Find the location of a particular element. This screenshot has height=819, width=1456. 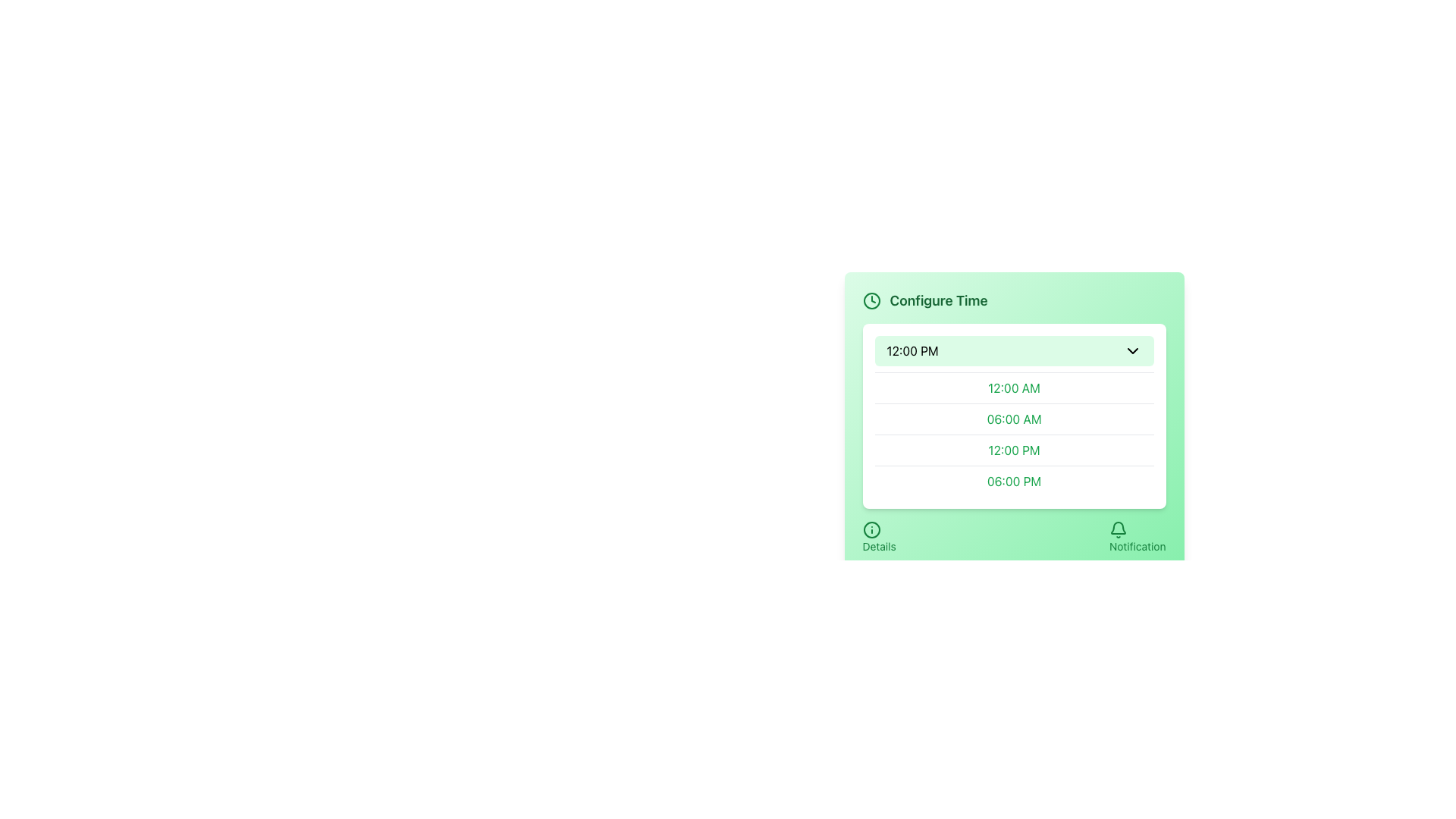

the 'Notification' section of the composite navigation element, which is styled in green on a light green background, to manage alerts is located at coordinates (1014, 537).